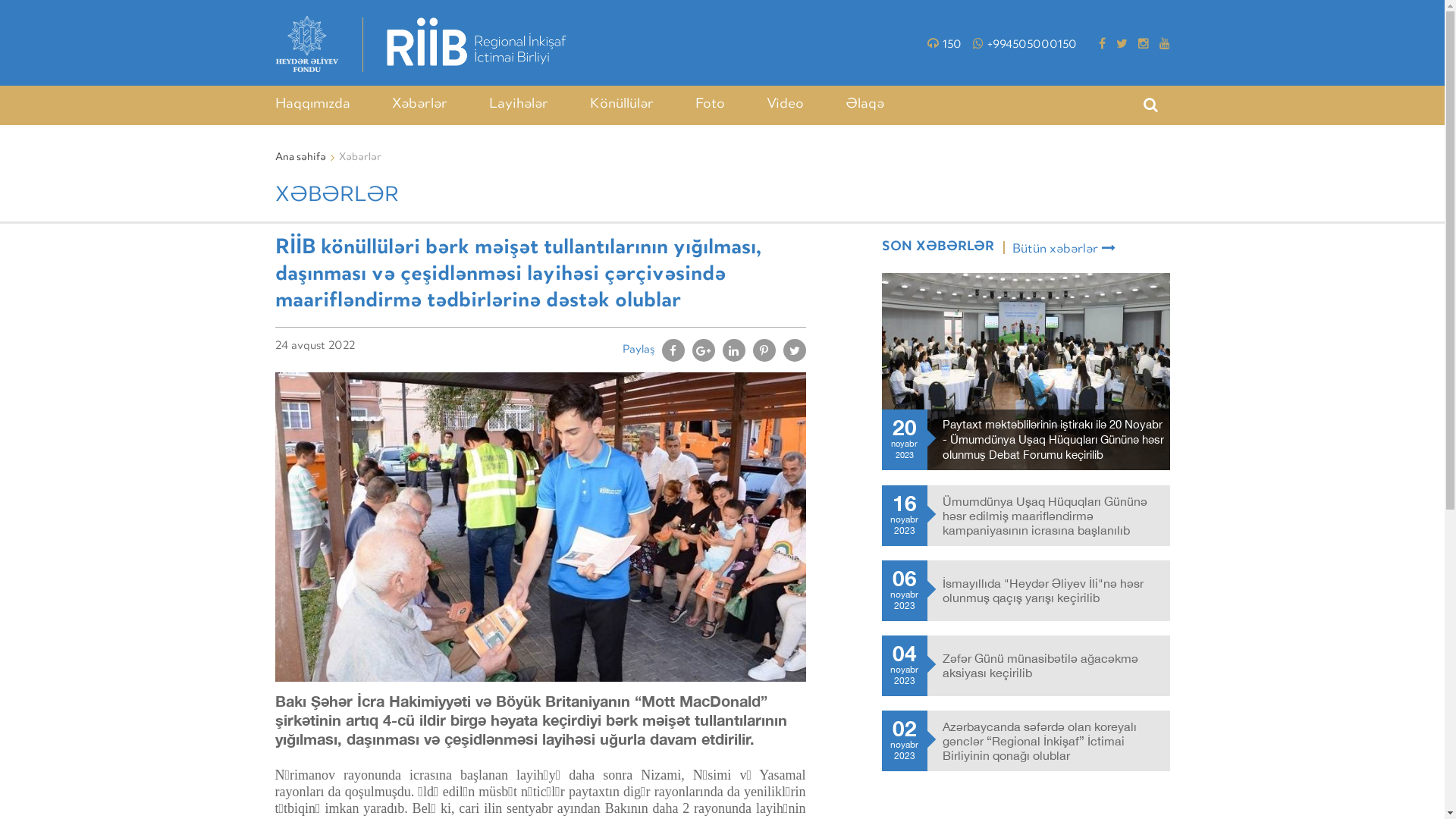  I want to click on 'Foto', so click(708, 104).